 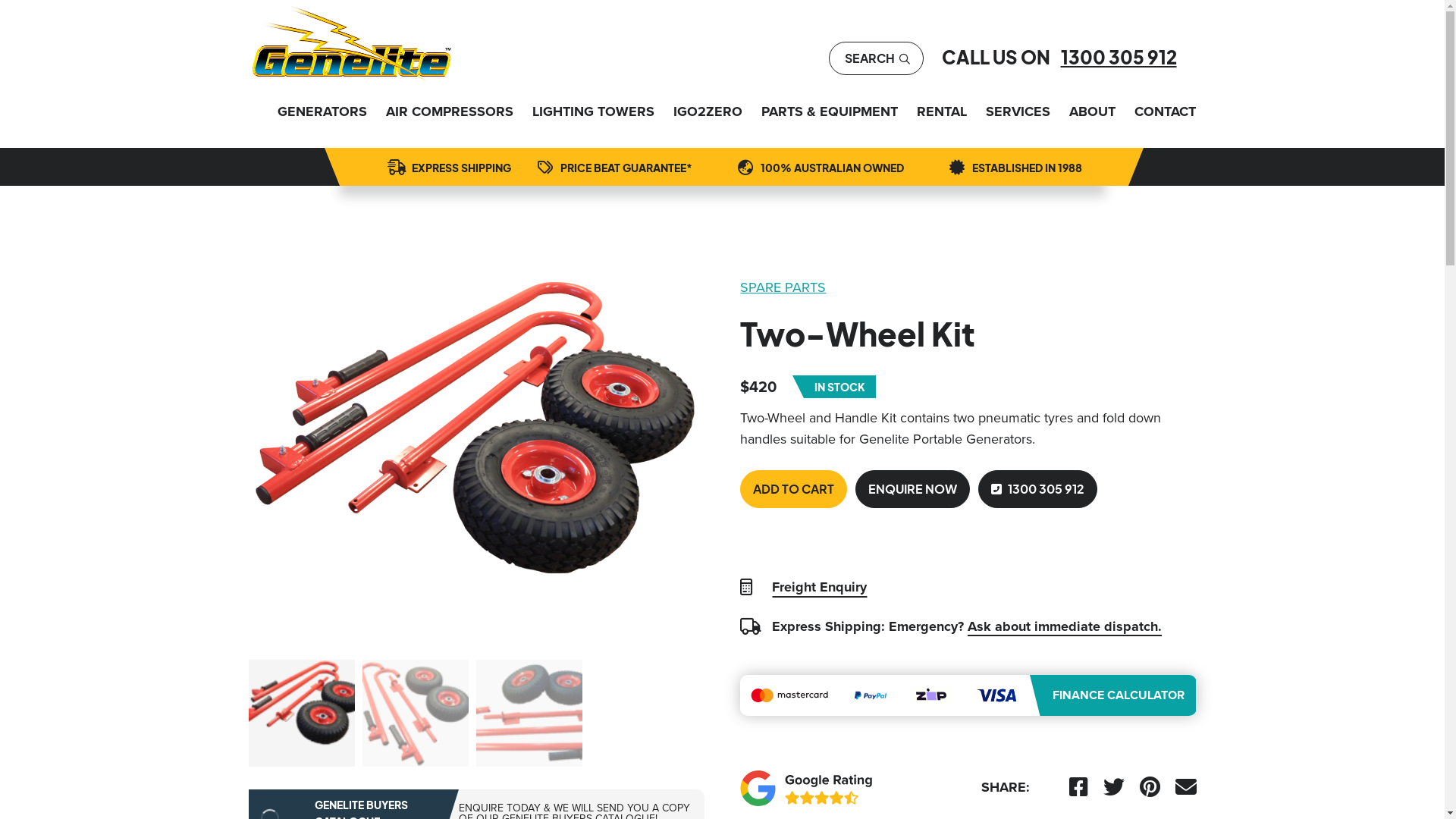 I want to click on 'LIGHTING TOWERS', so click(x=592, y=110).